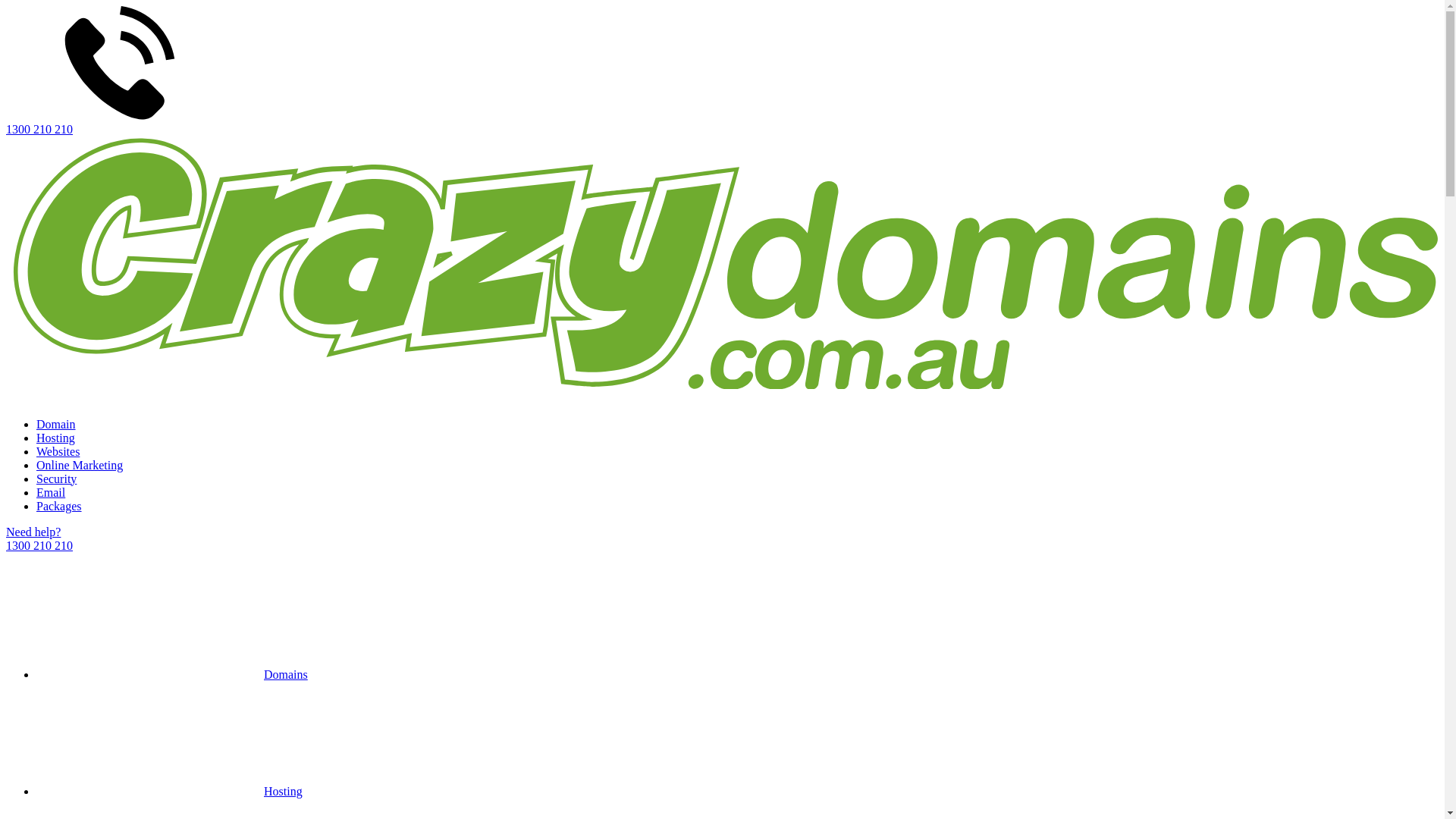  I want to click on 'Domains', so click(171, 673).